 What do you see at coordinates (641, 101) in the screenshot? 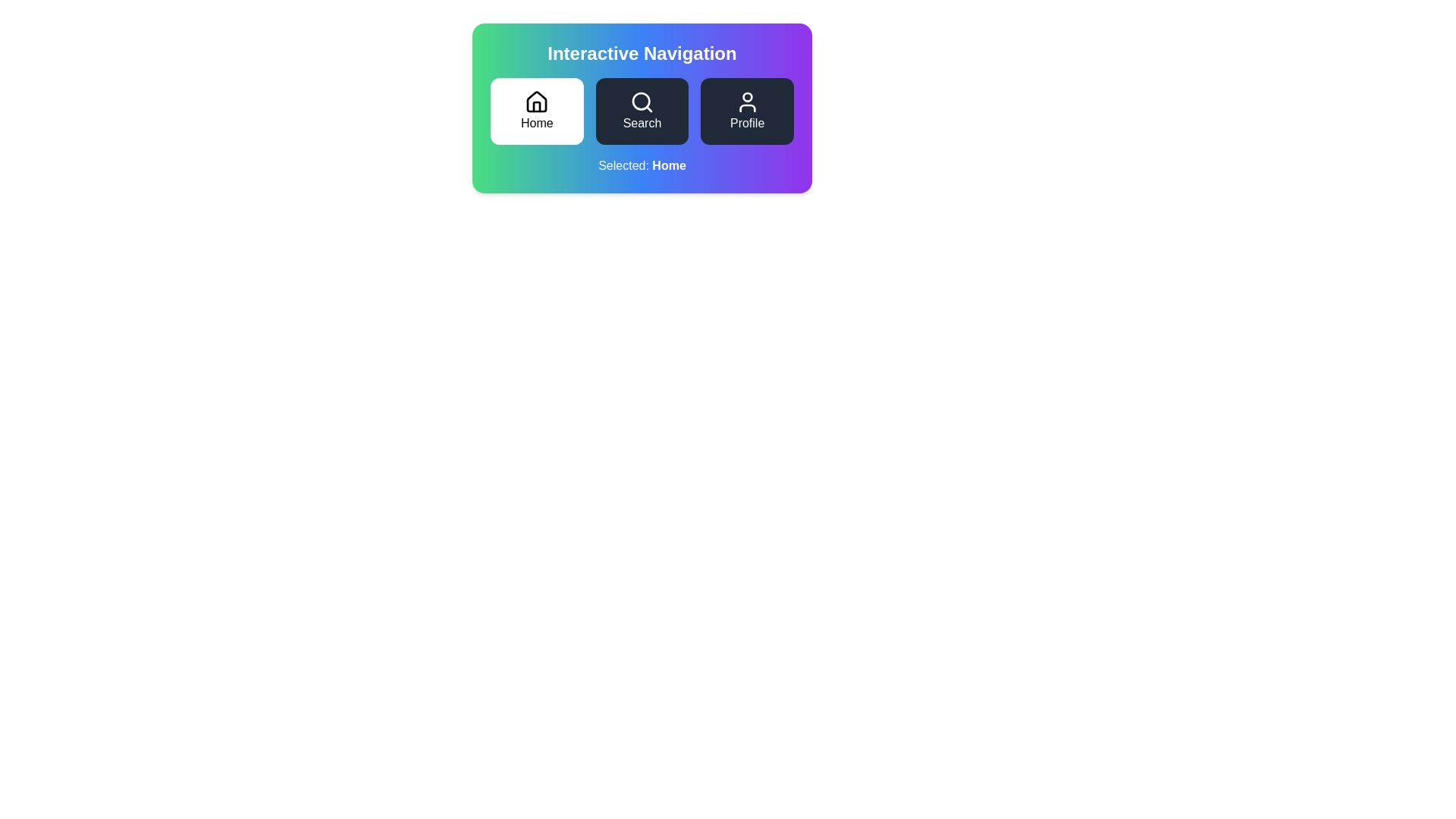
I see `the circular part of the 'Search' icon, which is located under the navigation bar's second option and is part of the SVG representation of the magnifying glass` at bounding box center [641, 101].